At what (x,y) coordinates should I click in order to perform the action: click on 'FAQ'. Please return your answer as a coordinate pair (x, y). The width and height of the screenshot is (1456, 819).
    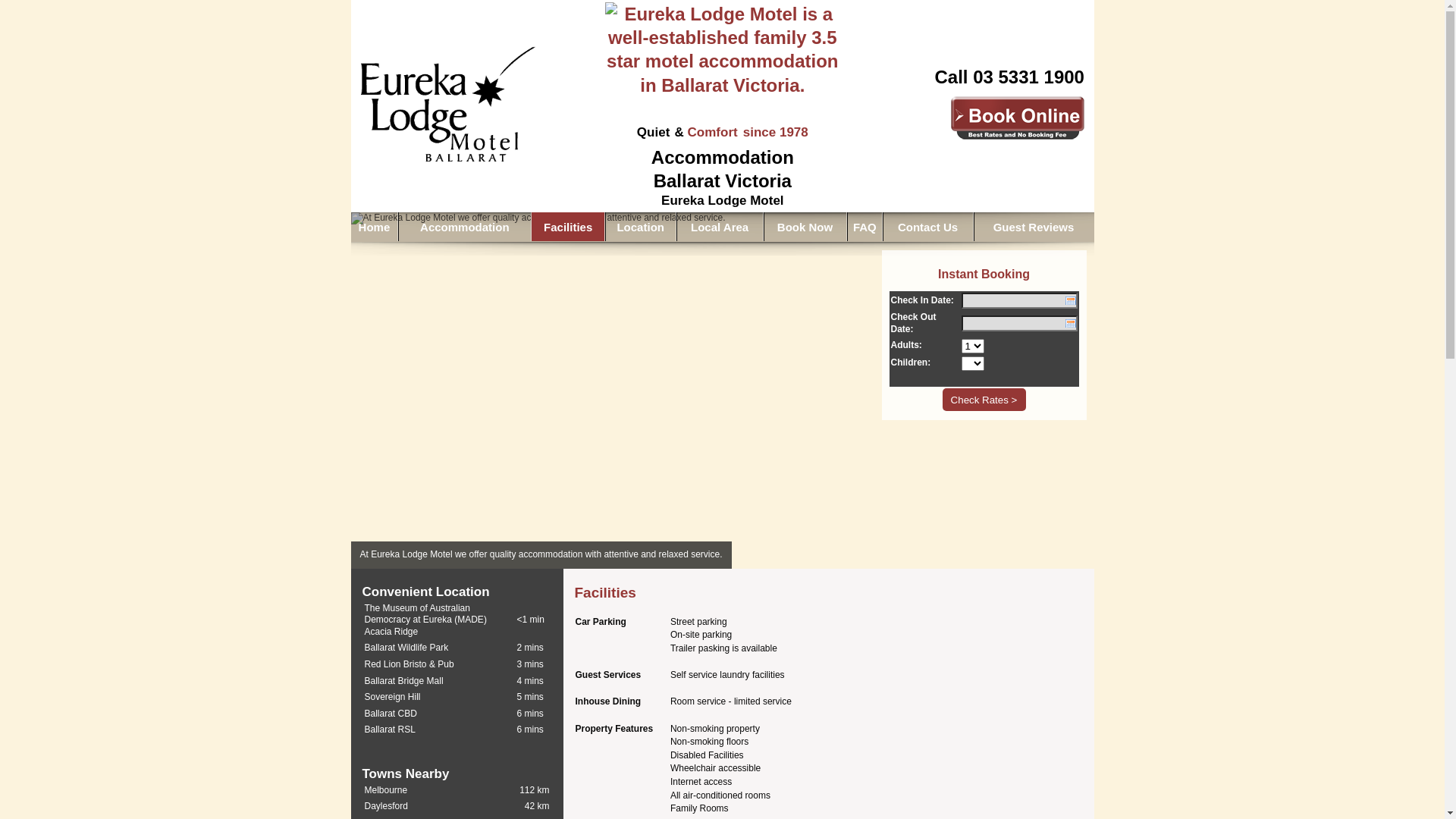
    Looking at the image, I should click on (864, 227).